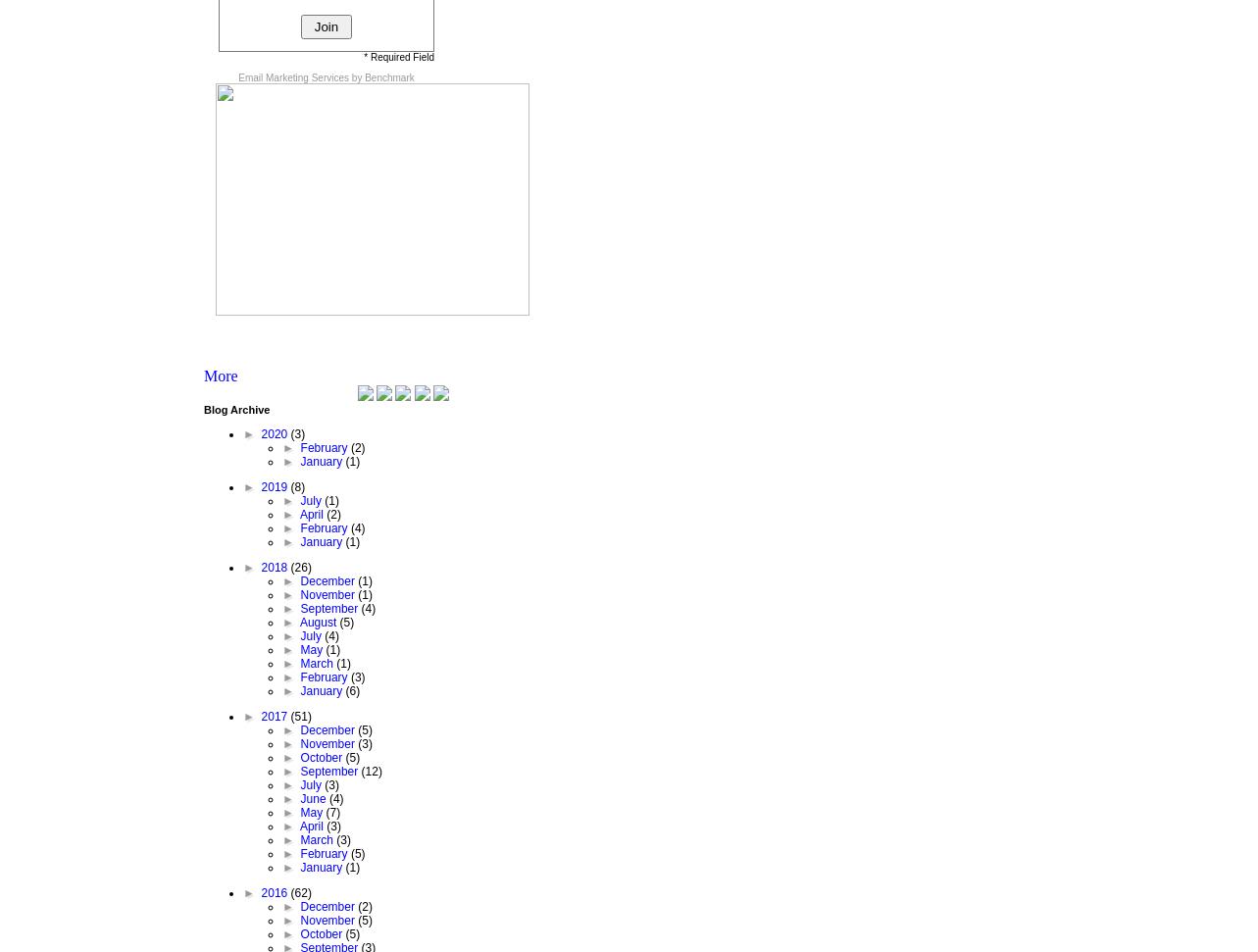 The image size is (1258, 952). I want to click on 'More', so click(220, 374).